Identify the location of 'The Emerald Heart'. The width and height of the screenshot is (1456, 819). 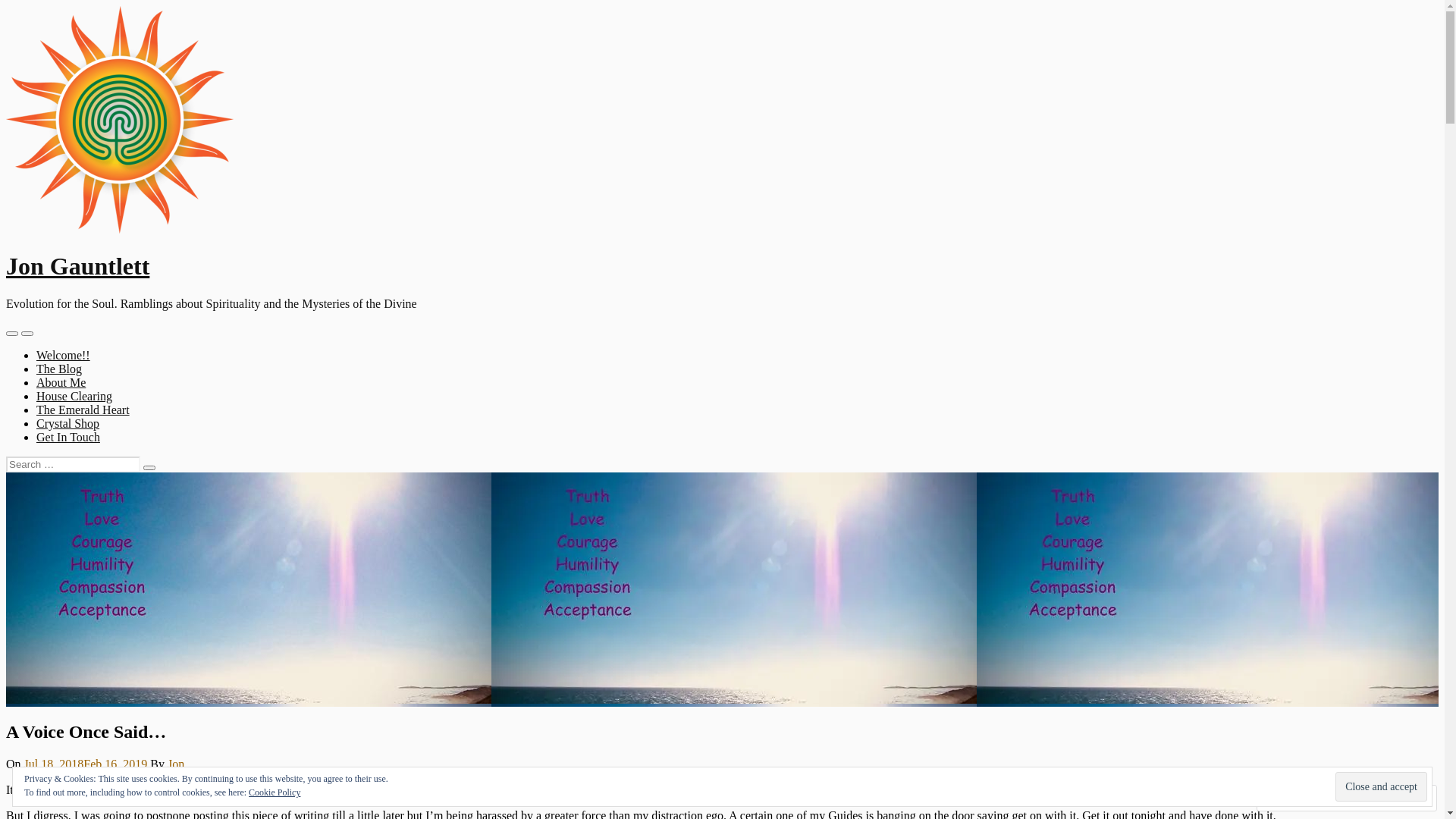
(36, 409).